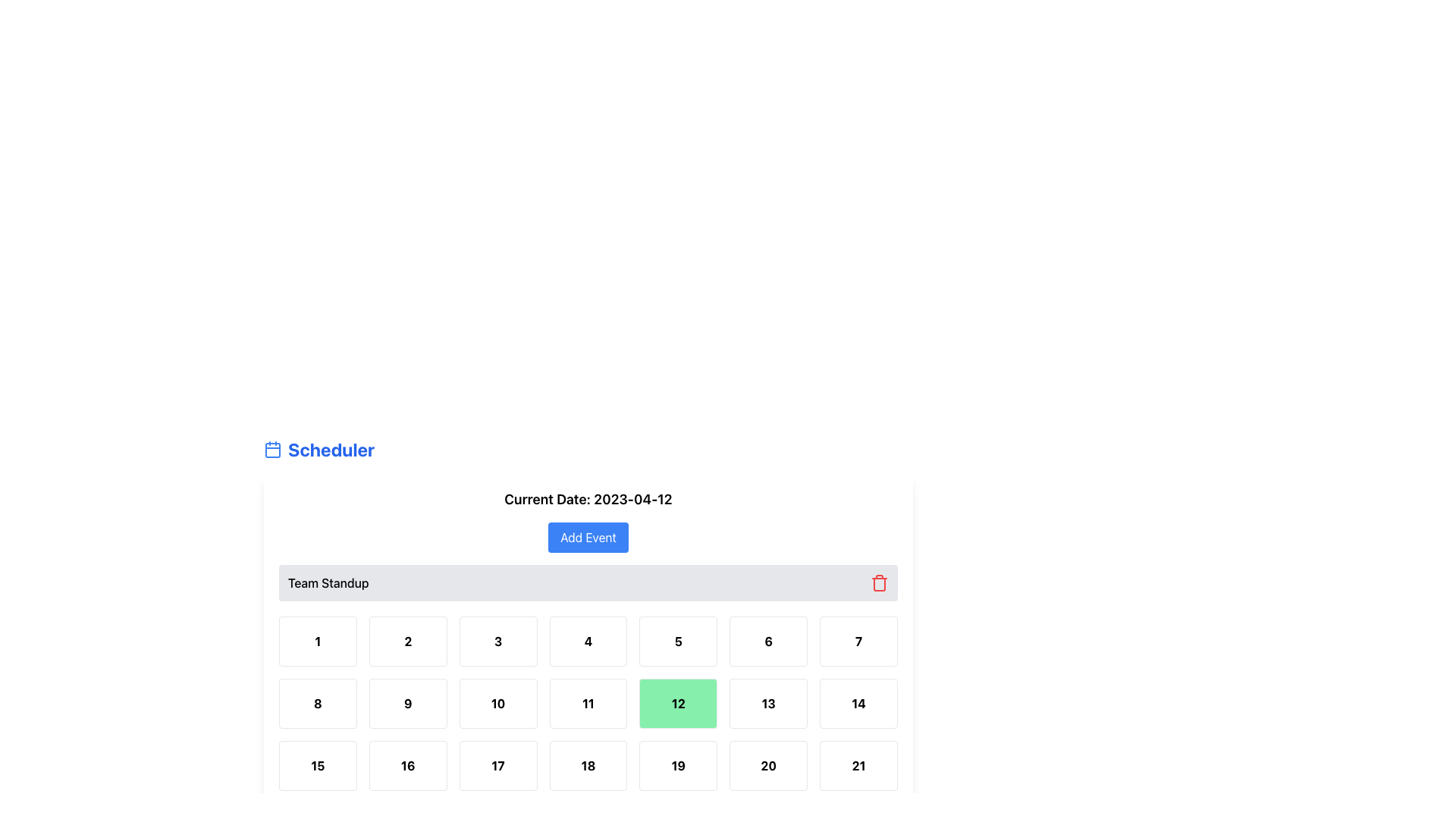 Image resolution: width=1456 pixels, height=819 pixels. What do you see at coordinates (768, 641) in the screenshot?
I see `the Calendar date cell displaying the number '6'` at bounding box center [768, 641].